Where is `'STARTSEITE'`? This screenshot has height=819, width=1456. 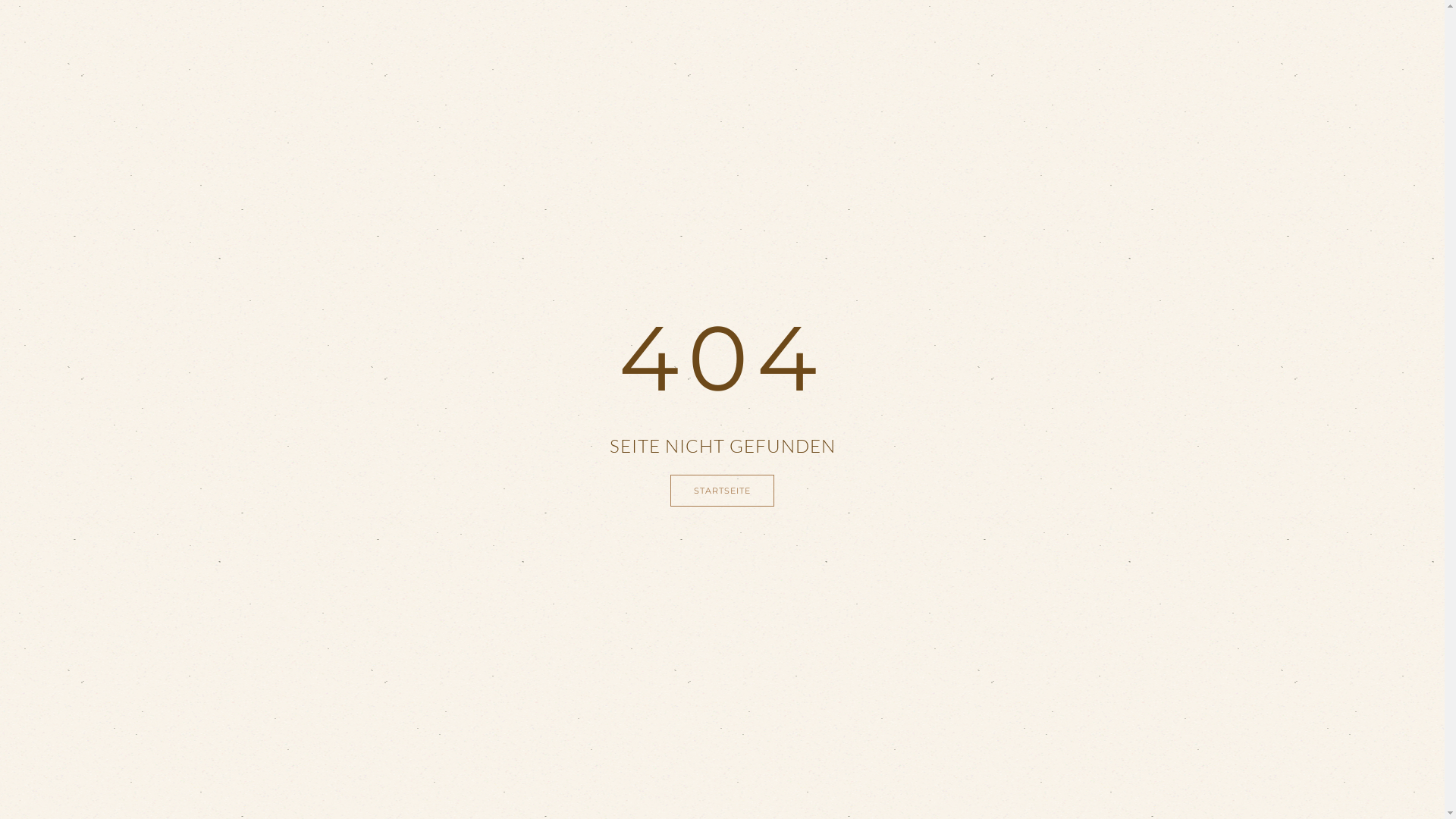
'STARTSEITE' is located at coordinates (669, 491).